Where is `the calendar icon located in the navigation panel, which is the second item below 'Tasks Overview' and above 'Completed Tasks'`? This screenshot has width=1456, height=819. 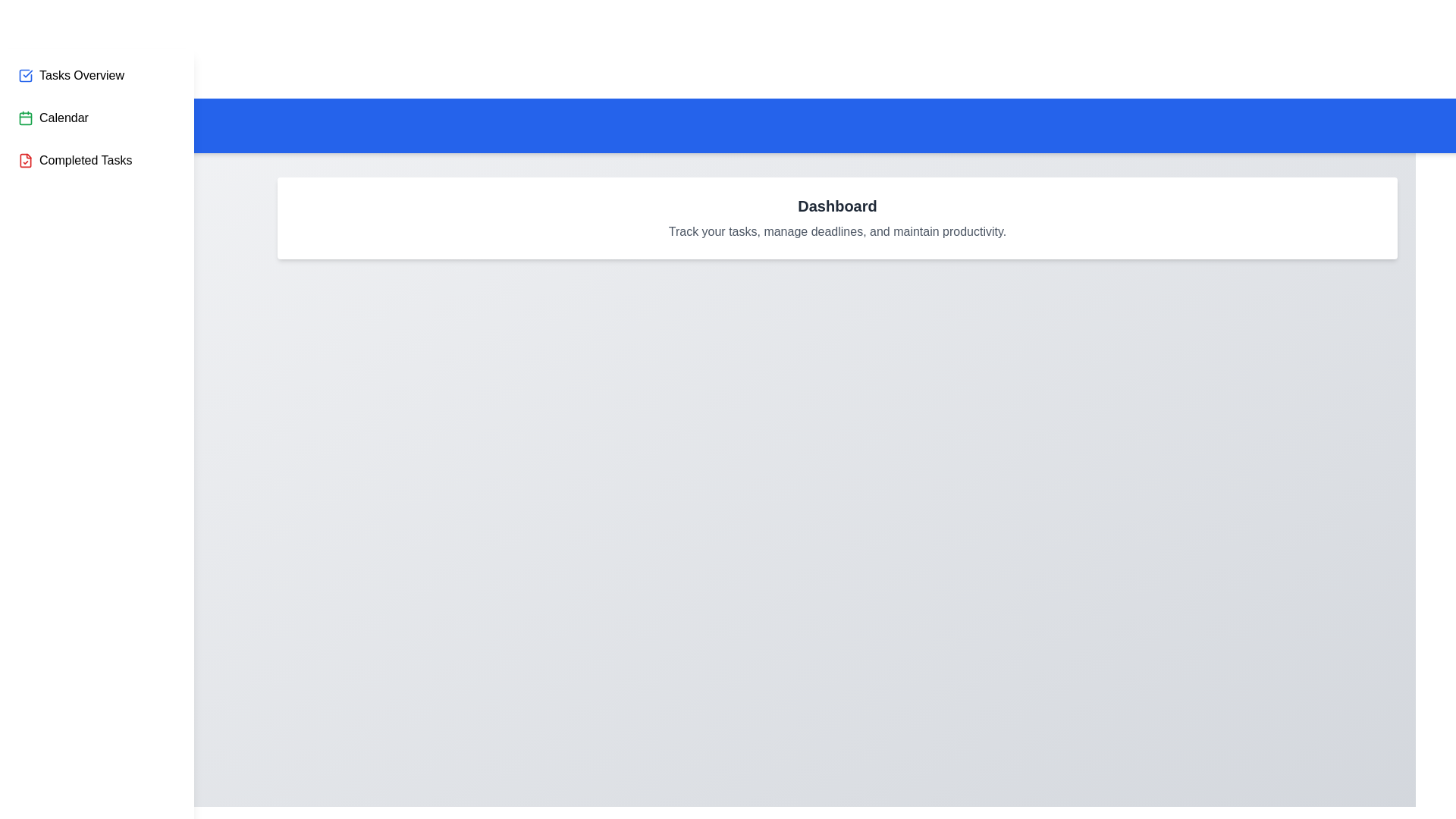
the calendar icon located in the navigation panel, which is the second item below 'Tasks Overview' and above 'Completed Tasks' is located at coordinates (25, 117).